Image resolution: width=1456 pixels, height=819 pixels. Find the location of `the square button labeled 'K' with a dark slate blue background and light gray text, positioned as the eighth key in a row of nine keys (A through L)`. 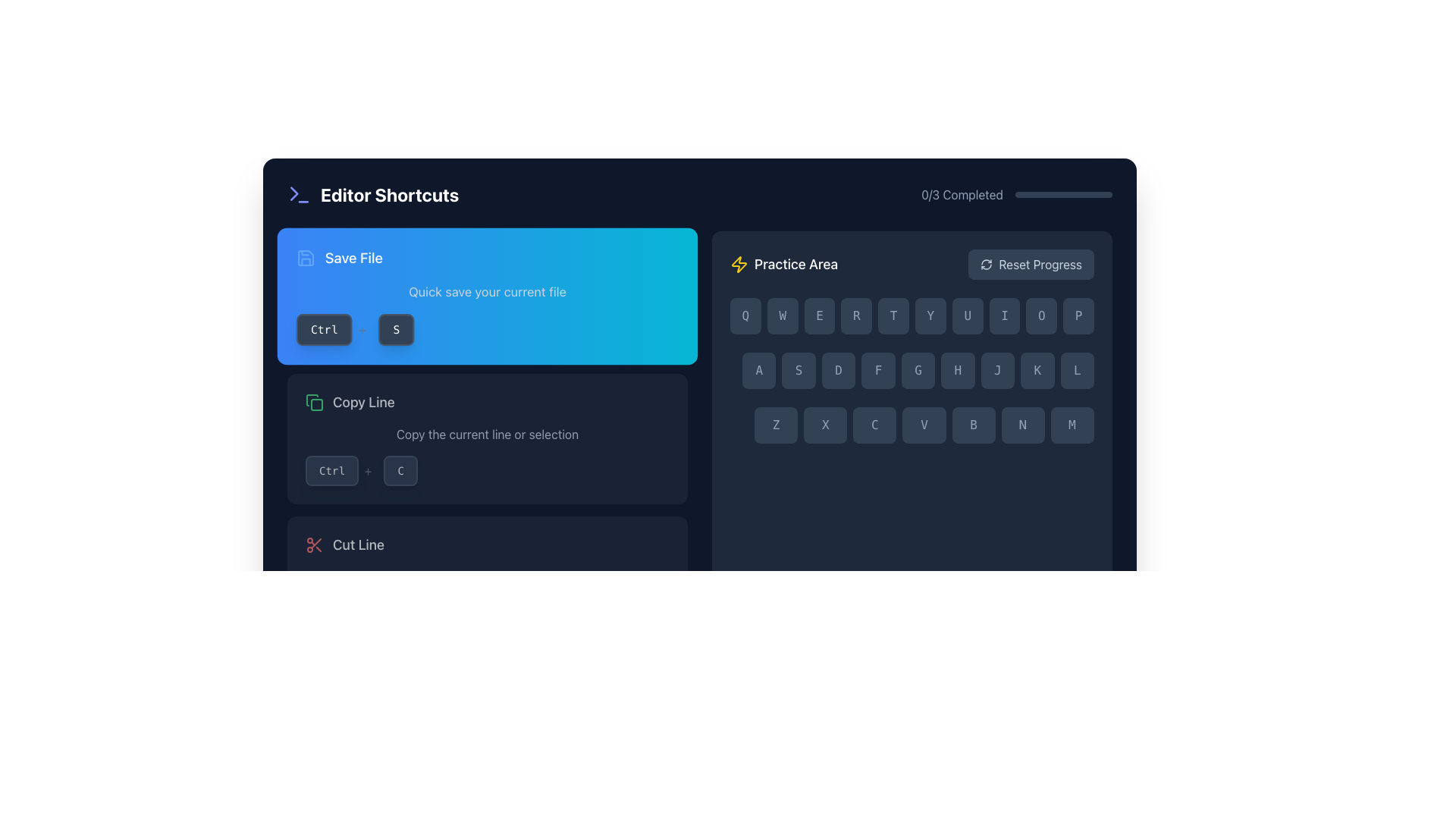

the square button labeled 'K' with a dark slate blue background and light gray text, positioned as the eighth key in a row of nine keys (A through L) is located at coordinates (1037, 371).